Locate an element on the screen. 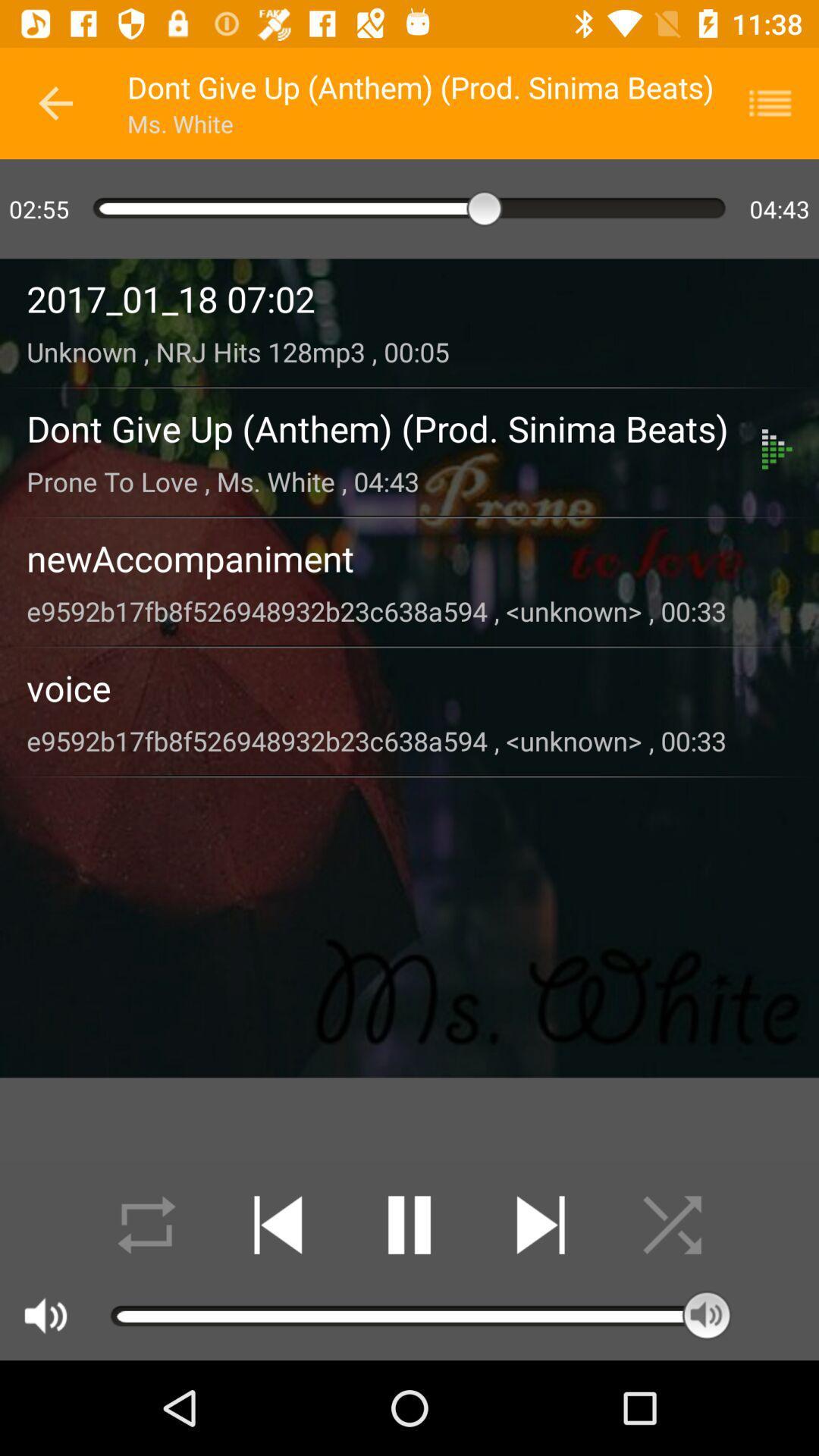 This screenshot has height=1456, width=819. newaccompaniment icon is located at coordinates (409, 557).